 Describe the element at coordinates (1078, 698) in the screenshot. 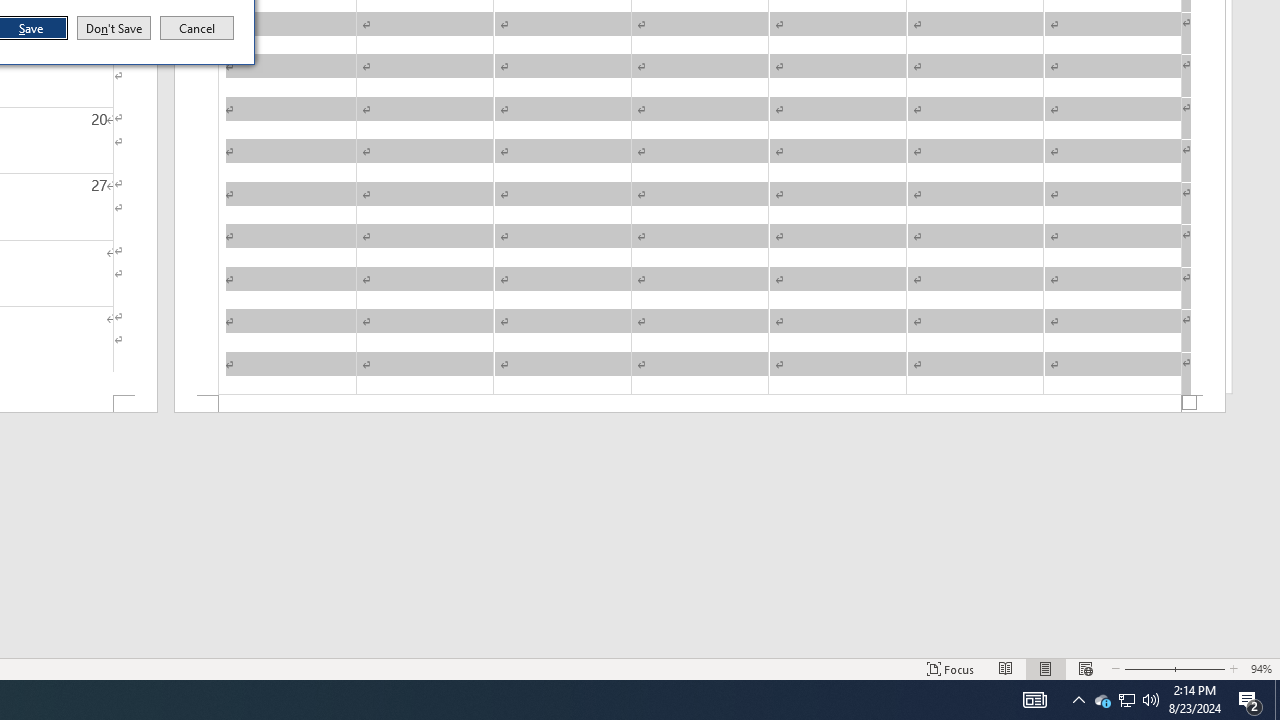

I see `'Notification Chevron'` at that location.